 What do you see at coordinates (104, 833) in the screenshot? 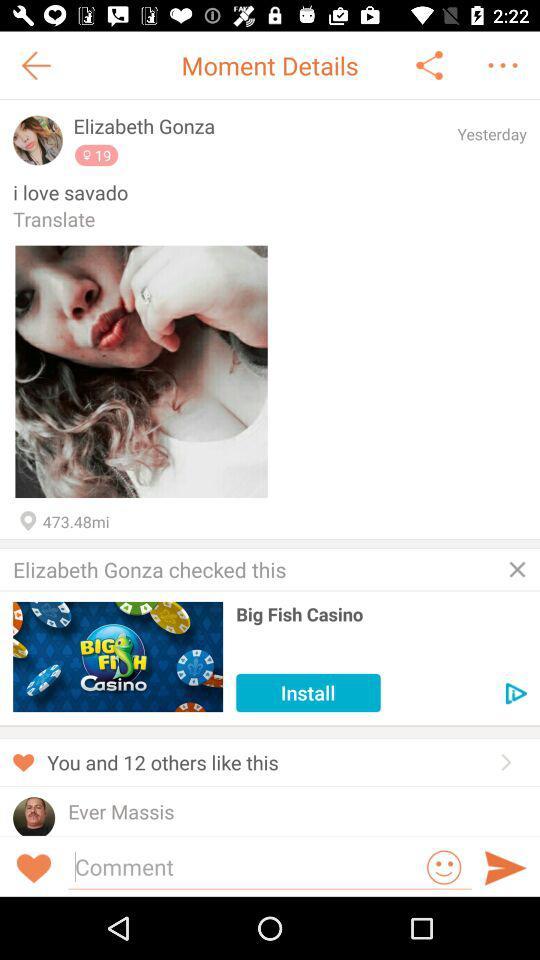
I see `quelinda icon` at bounding box center [104, 833].